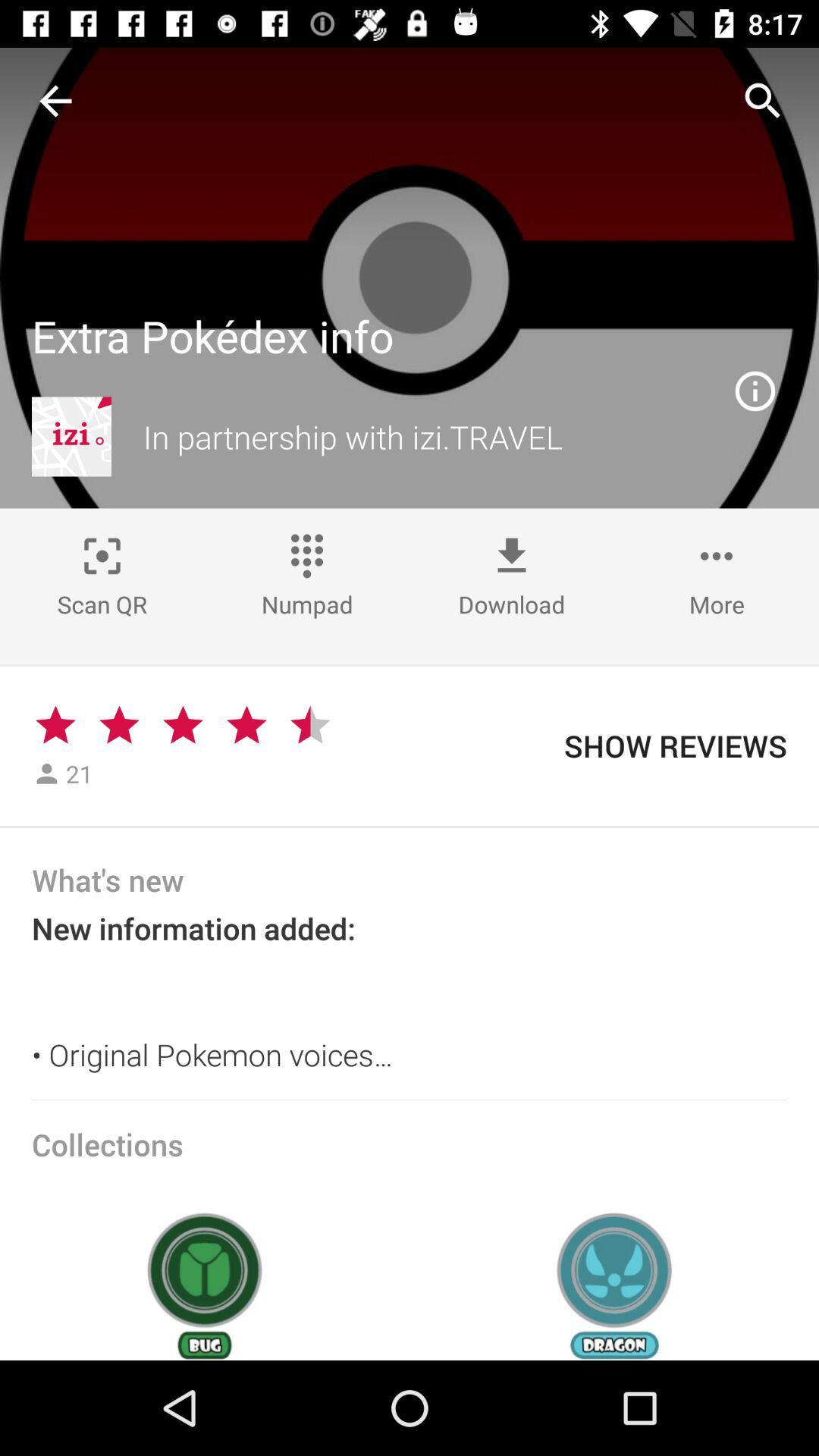  I want to click on the item above the collections icon, so click(409, 1100).